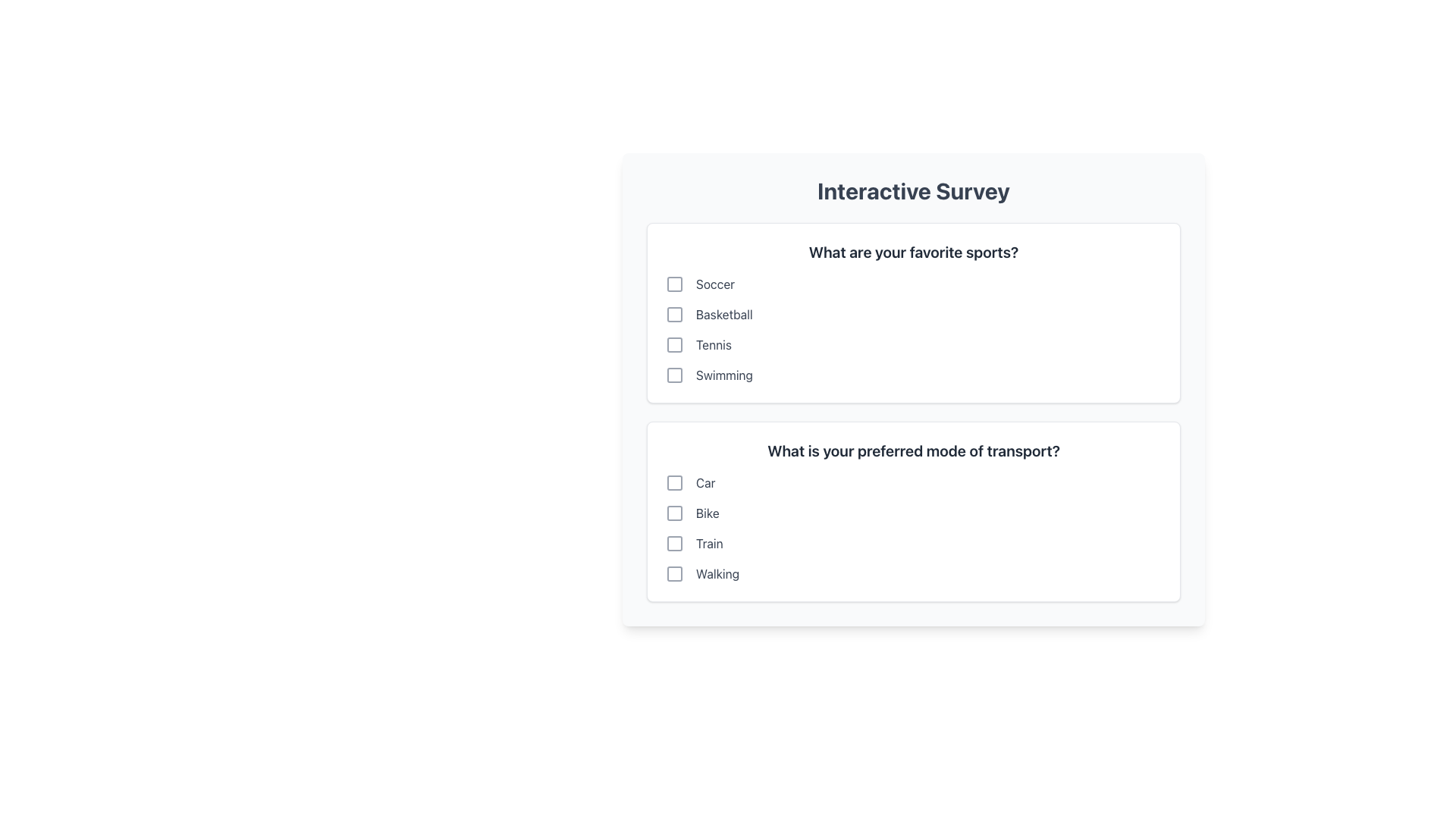 Image resolution: width=1456 pixels, height=819 pixels. I want to click on the 'Car' checkbox, which is the first selectable option in the transport modes list, so click(912, 482).